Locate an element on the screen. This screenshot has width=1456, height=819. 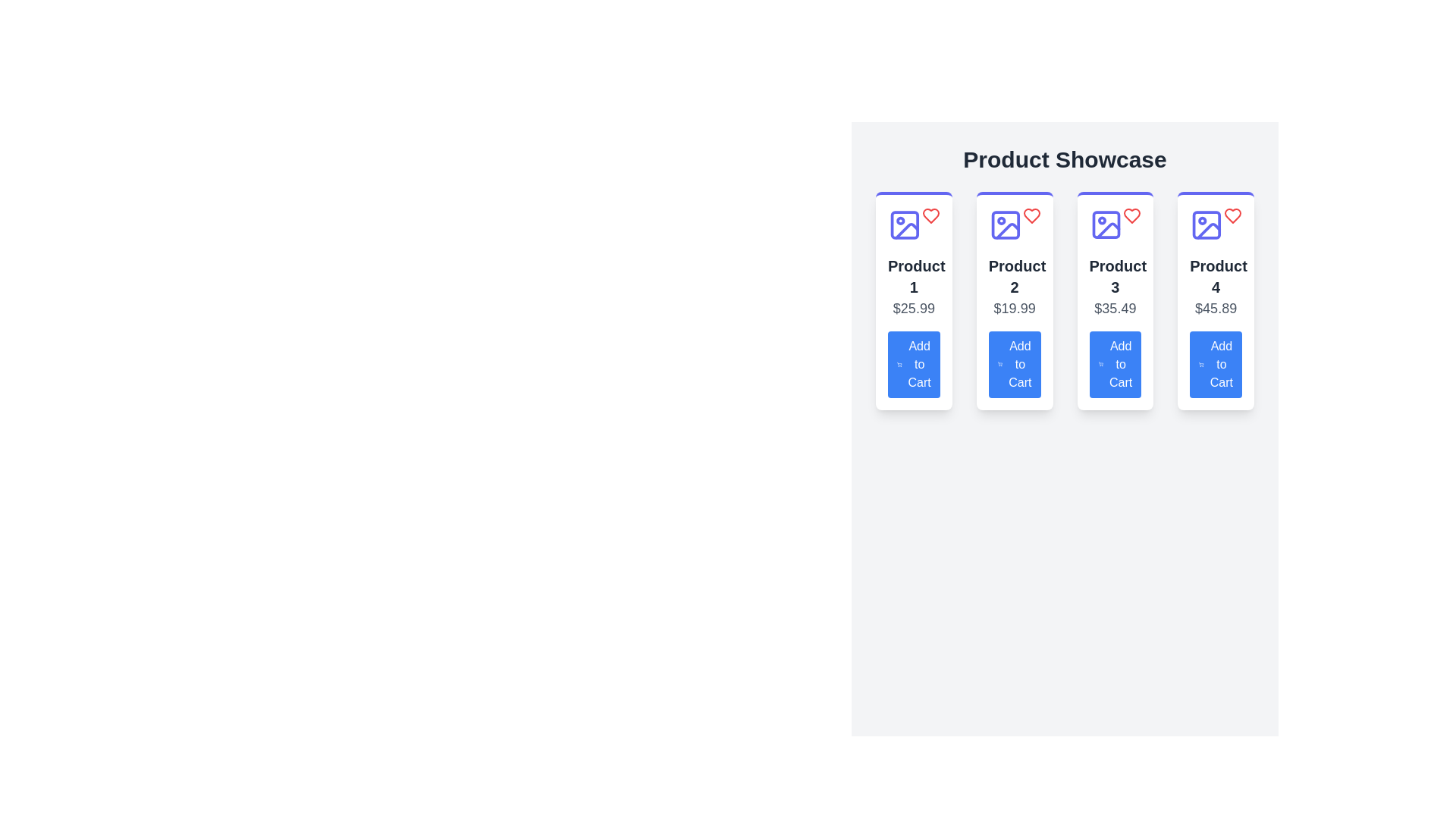
the favorite icon located in the top-right section of the fourth product card in the 'Product Showcase' is located at coordinates (1233, 216).